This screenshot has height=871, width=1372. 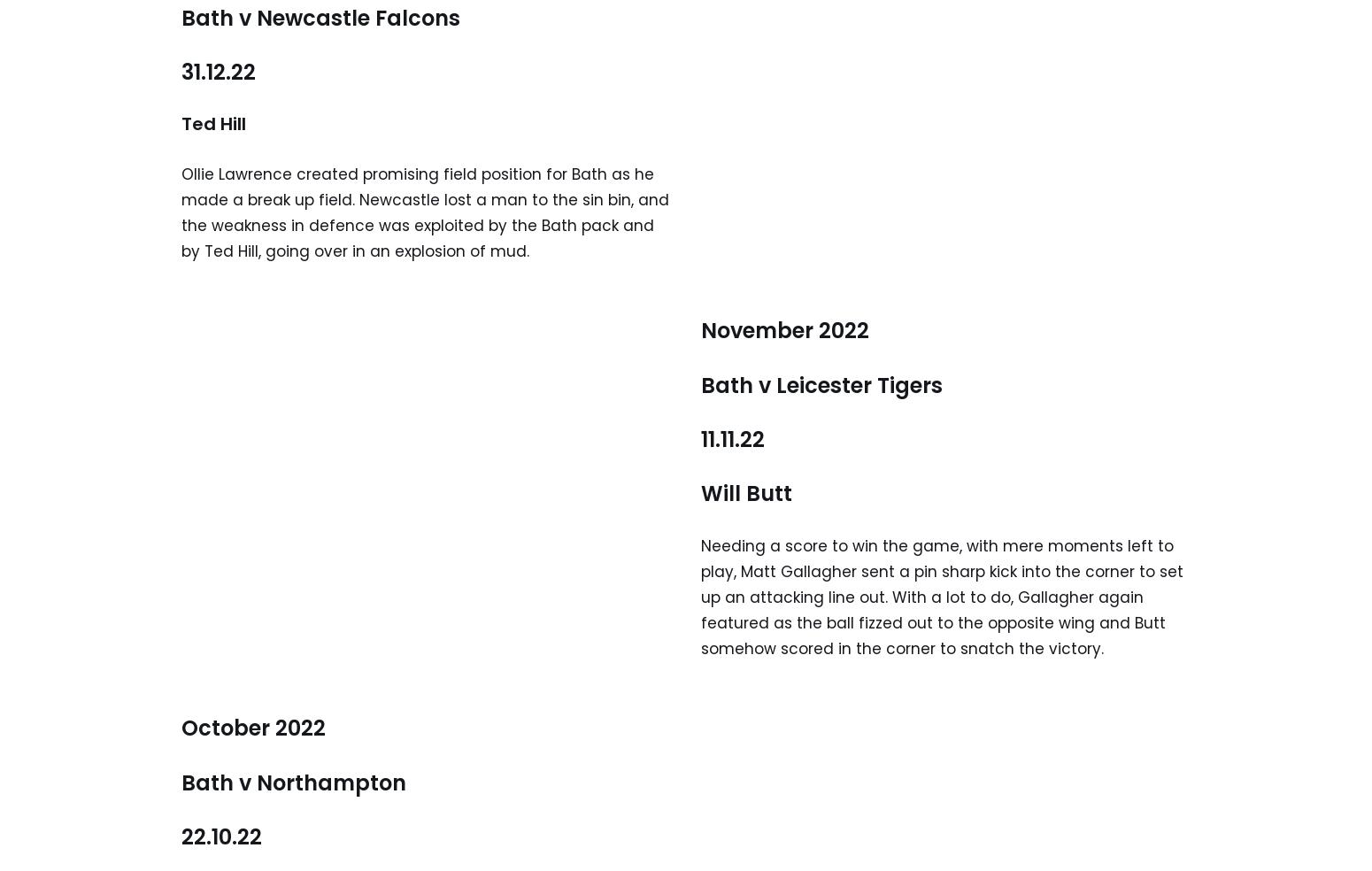 What do you see at coordinates (942, 597) in the screenshot?
I see `'Needing a score to win the game, with mere moments left to play, Matt Gallagher sent a pin sharp kick into the corner to set up an attacking line out. With a lot to do, Gallagher again featured as the ball fizzed out to the opposite wing and Butt somehow scored in the corner to snatch the victory.'` at bounding box center [942, 597].